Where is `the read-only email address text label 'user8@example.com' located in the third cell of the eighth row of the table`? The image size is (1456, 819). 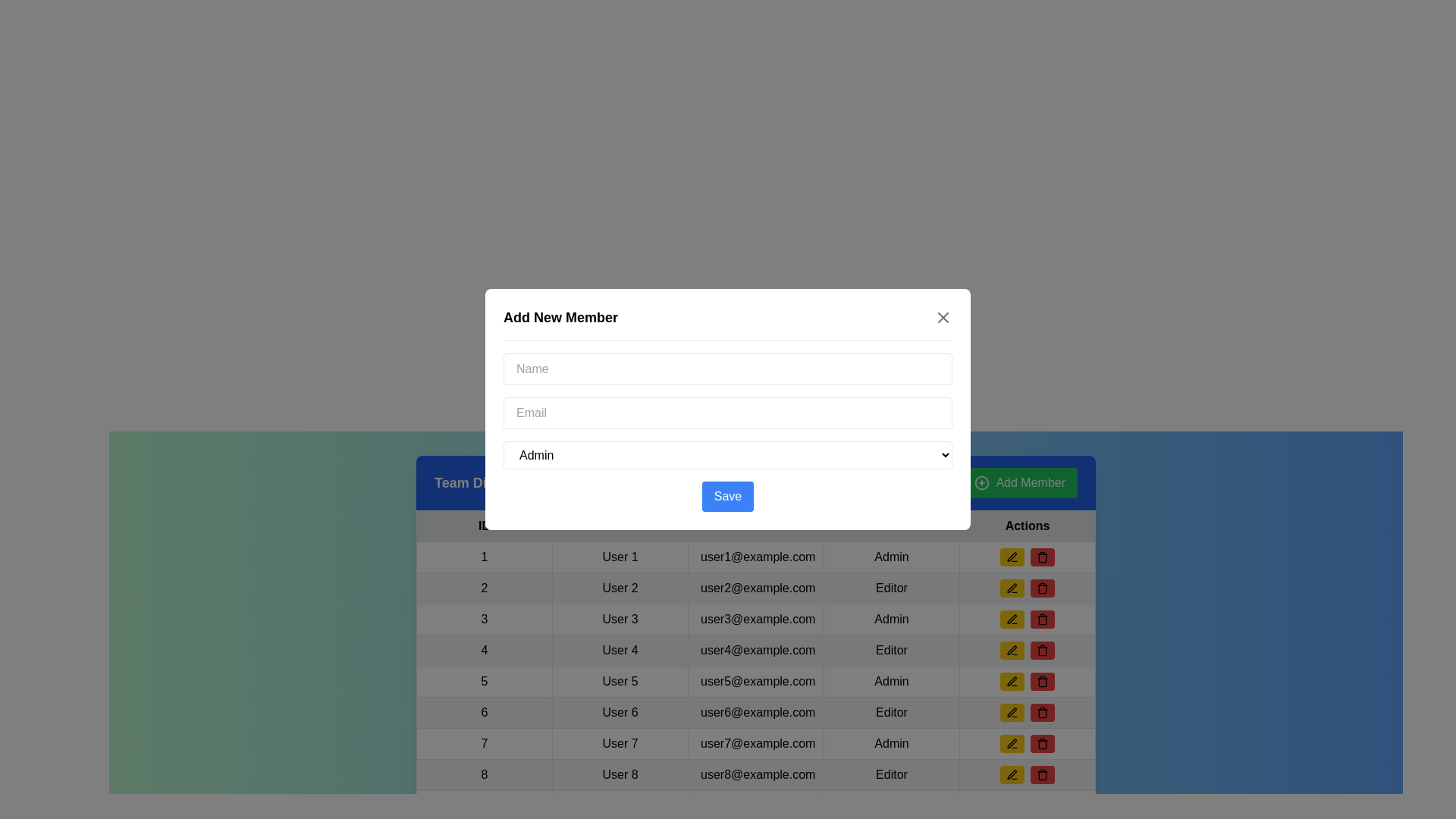
the read-only email address text label 'user8@example.com' located in the third cell of the eighth row of the table is located at coordinates (756, 775).